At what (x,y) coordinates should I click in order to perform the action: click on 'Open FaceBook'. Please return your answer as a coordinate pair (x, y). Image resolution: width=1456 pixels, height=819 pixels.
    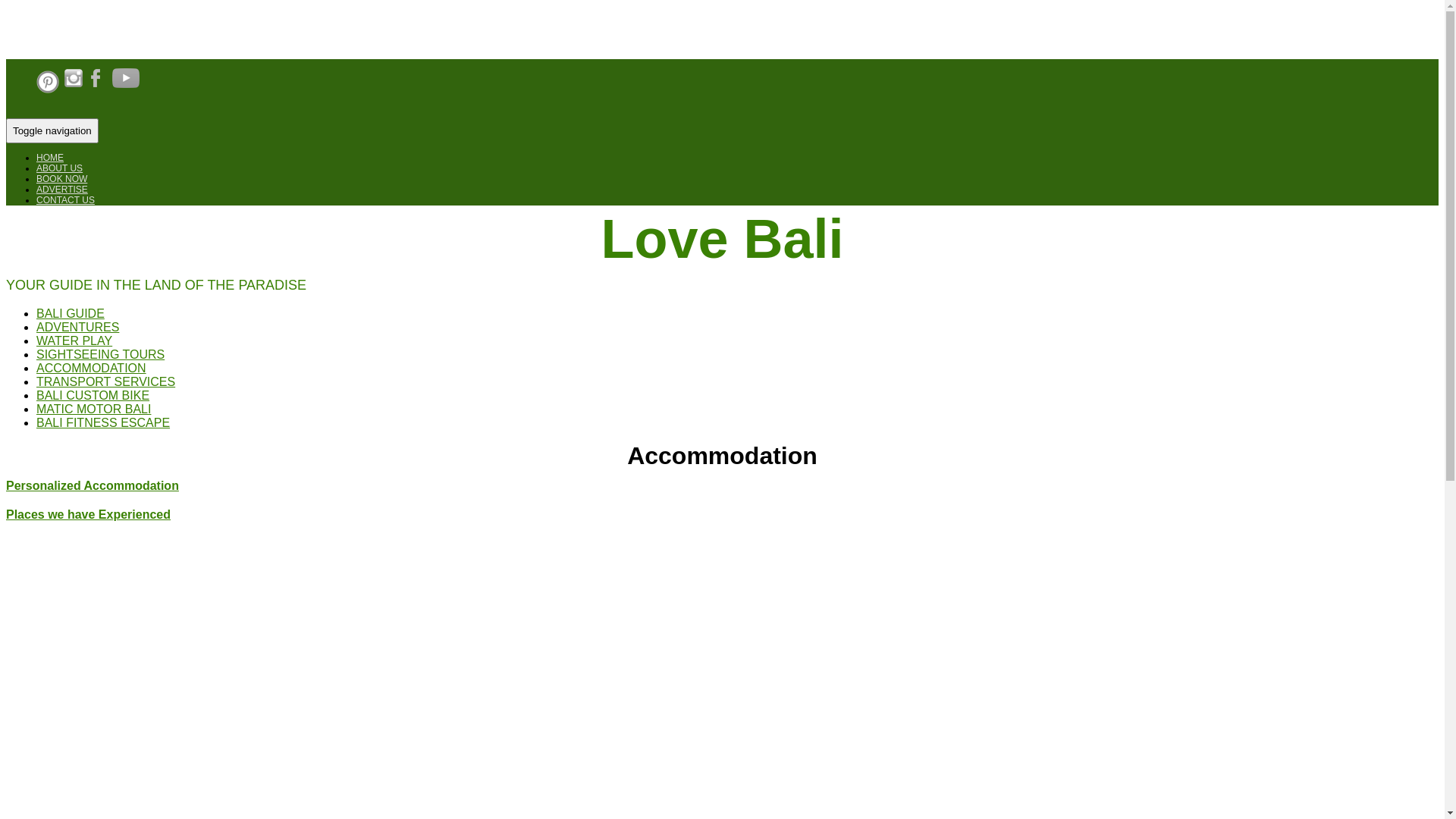
    Looking at the image, I should click on (87, 90).